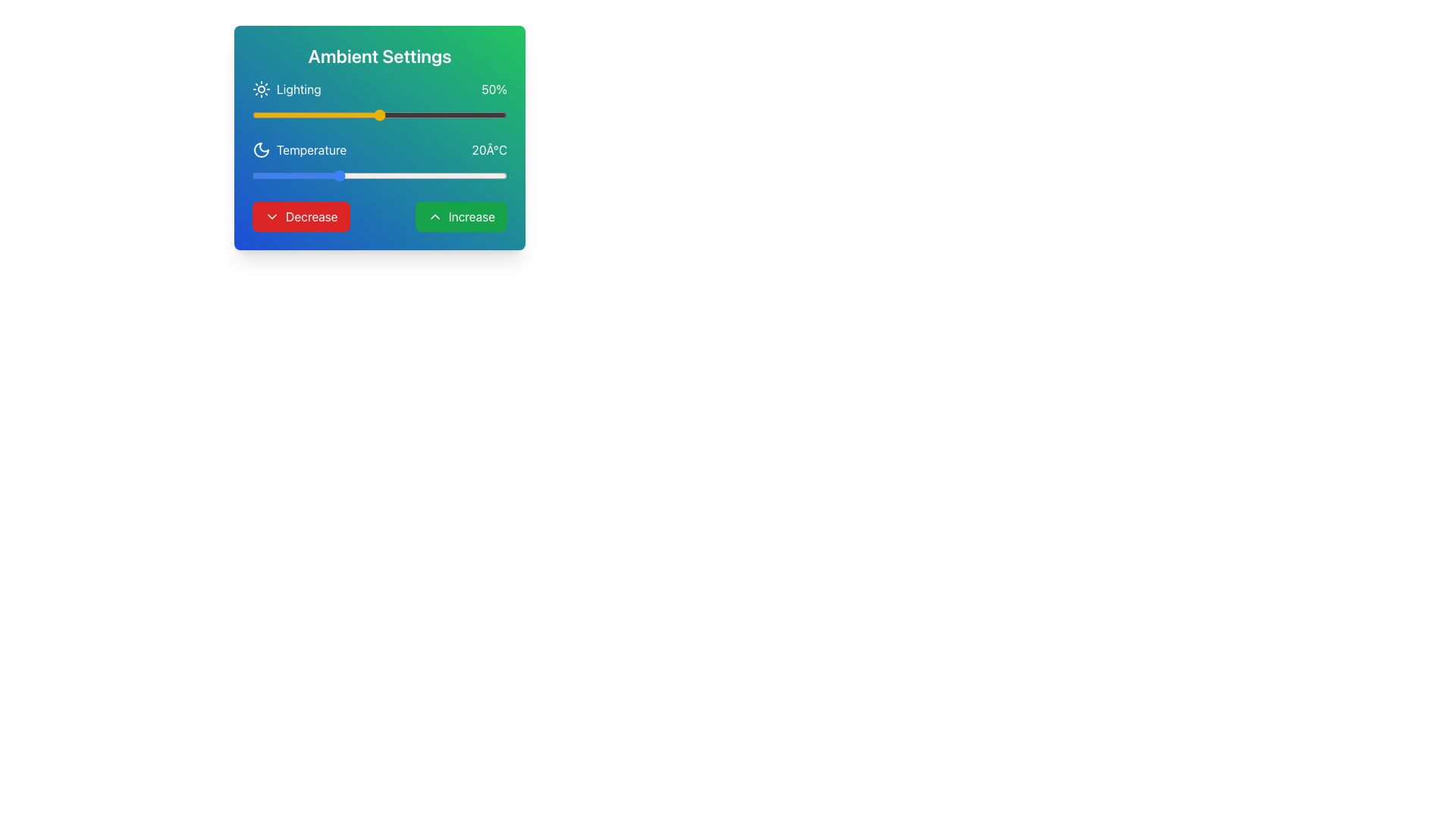 This screenshot has height=819, width=1456. I want to click on the temperature, so click(388, 174).